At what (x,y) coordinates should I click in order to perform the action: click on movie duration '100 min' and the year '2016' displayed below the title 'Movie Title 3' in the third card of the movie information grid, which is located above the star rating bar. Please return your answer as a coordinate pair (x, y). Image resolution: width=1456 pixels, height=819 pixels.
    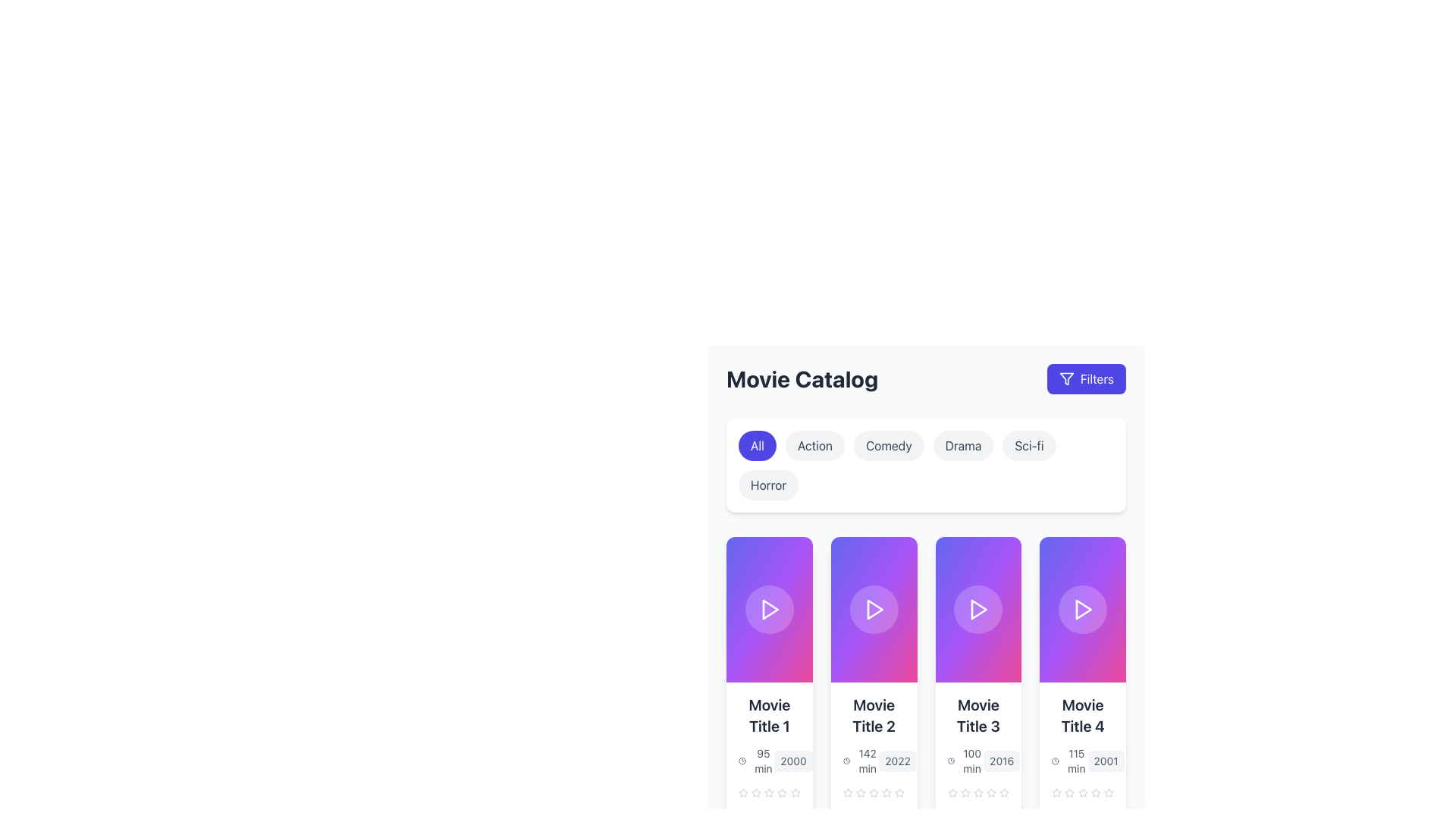
    Looking at the image, I should click on (978, 761).